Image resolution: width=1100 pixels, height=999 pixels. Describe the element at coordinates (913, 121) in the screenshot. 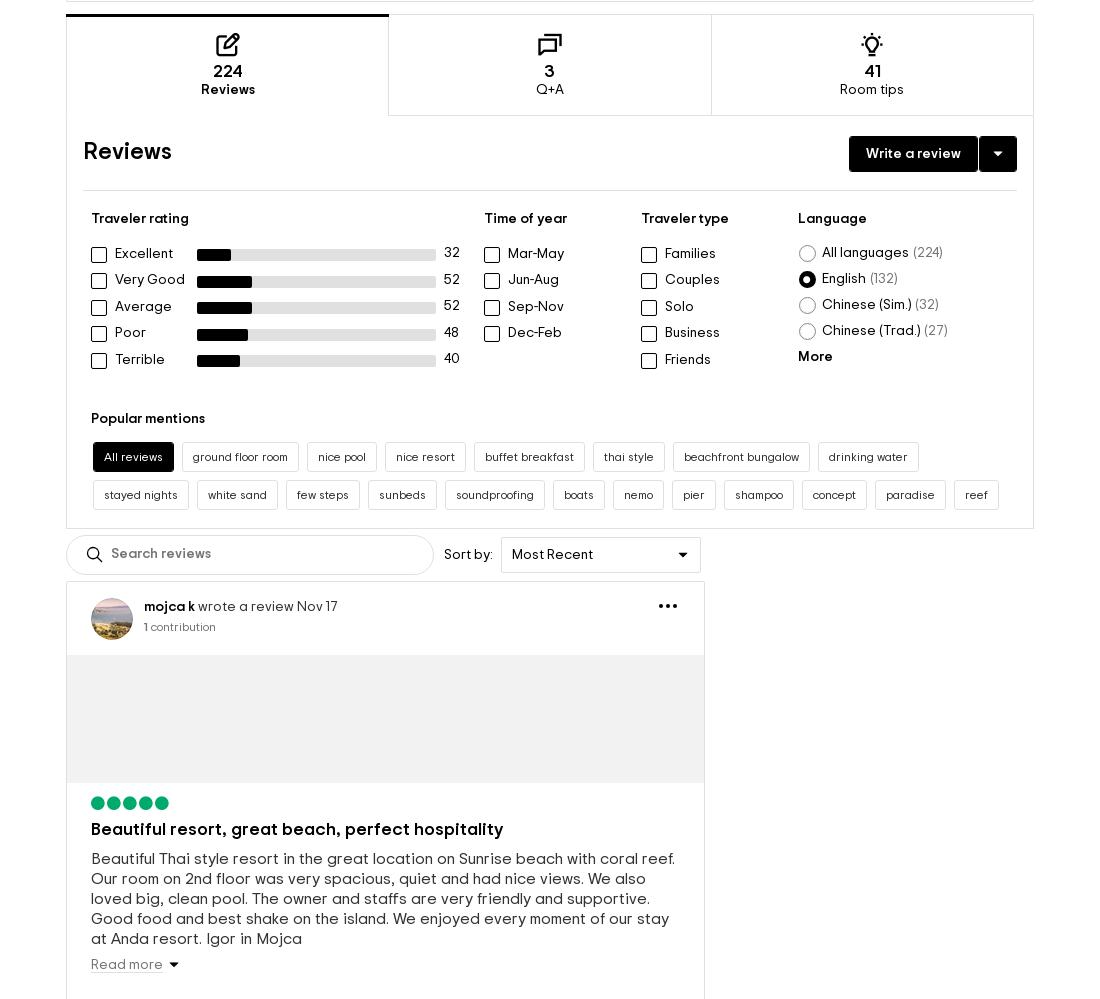

I see `'Write a review'` at that location.